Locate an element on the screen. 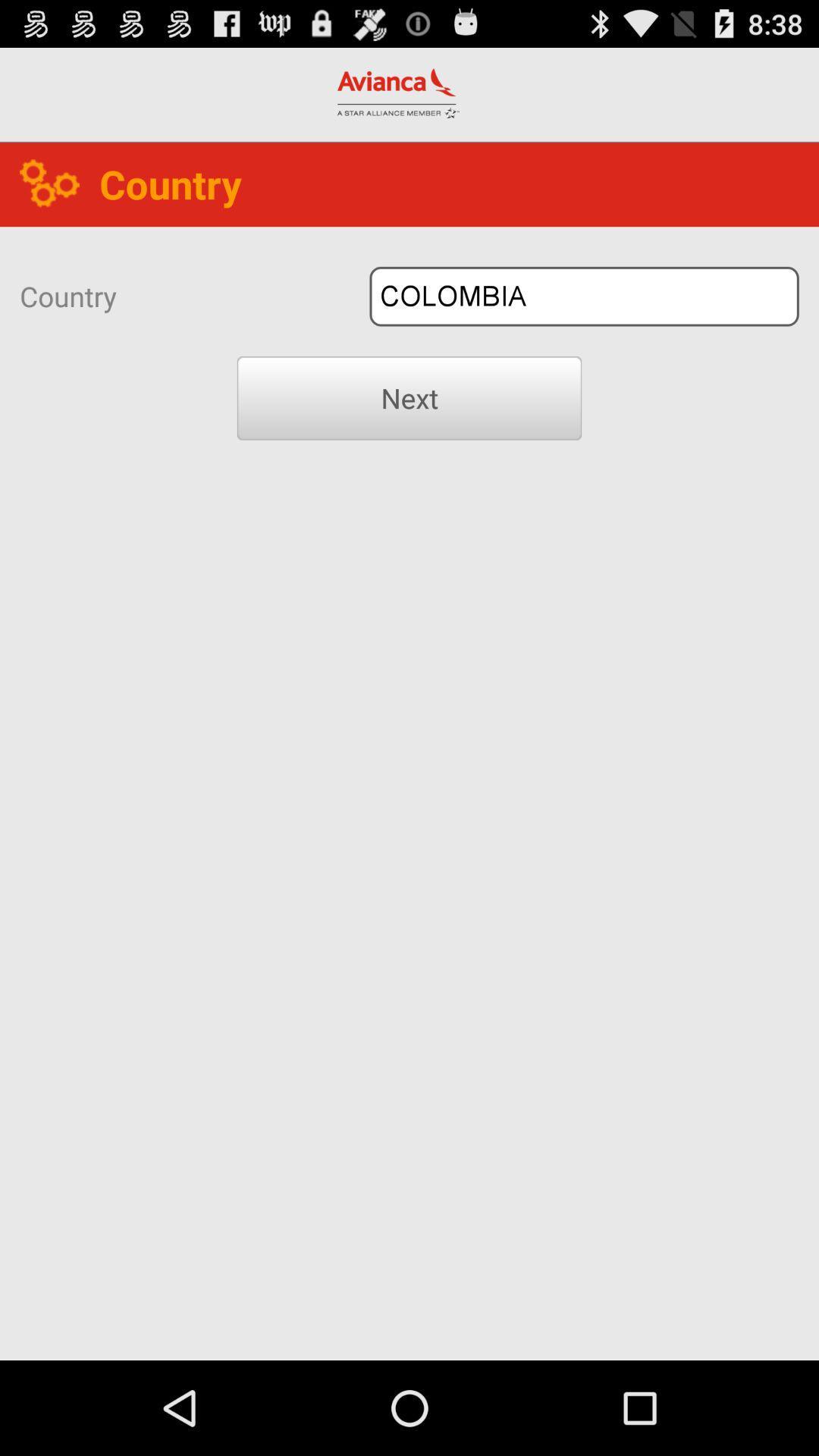 This screenshot has width=819, height=1456. next is located at coordinates (409, 398).